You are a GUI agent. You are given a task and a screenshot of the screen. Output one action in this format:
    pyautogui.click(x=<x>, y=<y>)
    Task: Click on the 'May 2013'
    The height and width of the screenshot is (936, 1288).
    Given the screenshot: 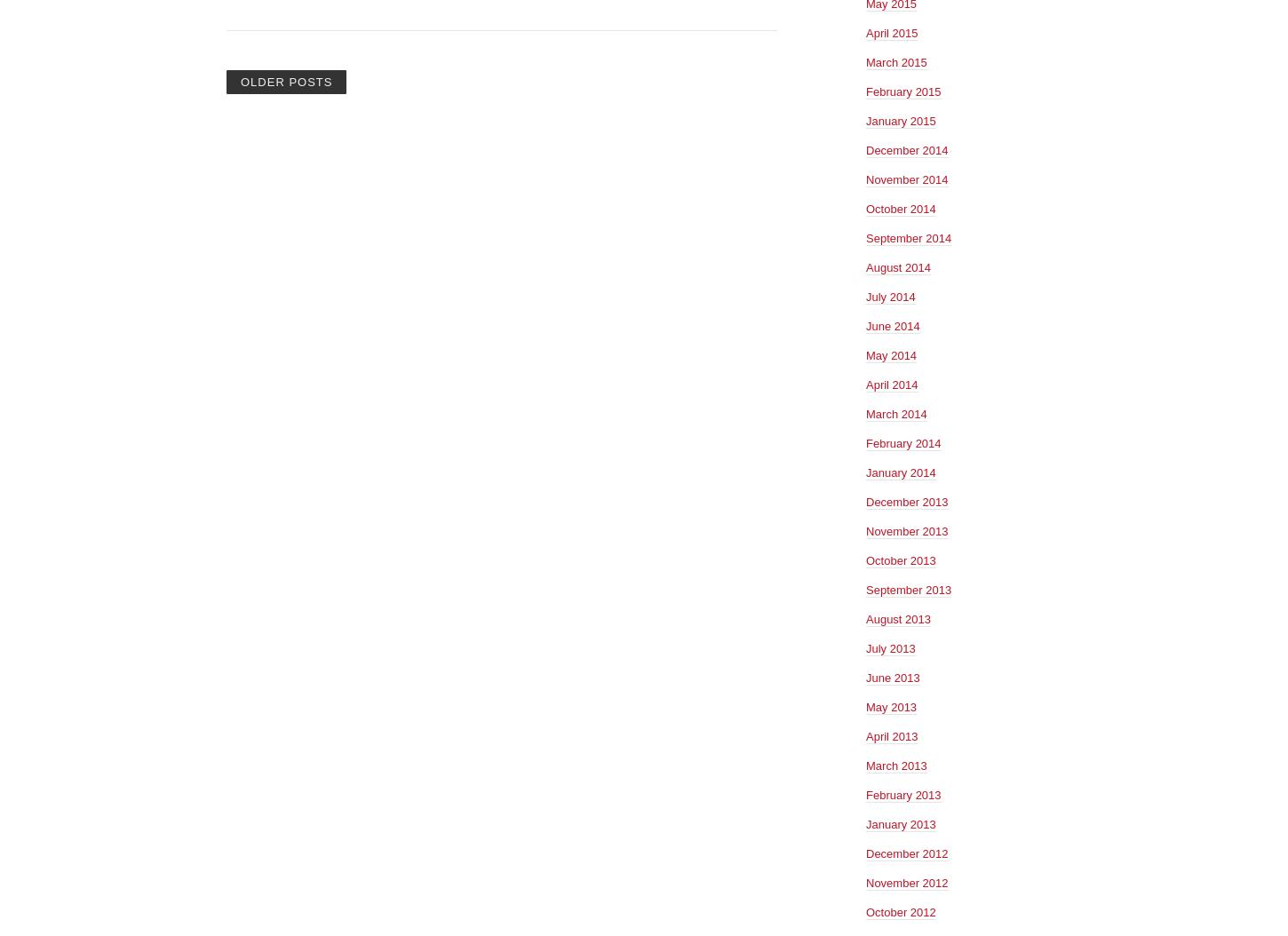 What is the action you would take?
    pyautogui.click(x=865, y=705)
    